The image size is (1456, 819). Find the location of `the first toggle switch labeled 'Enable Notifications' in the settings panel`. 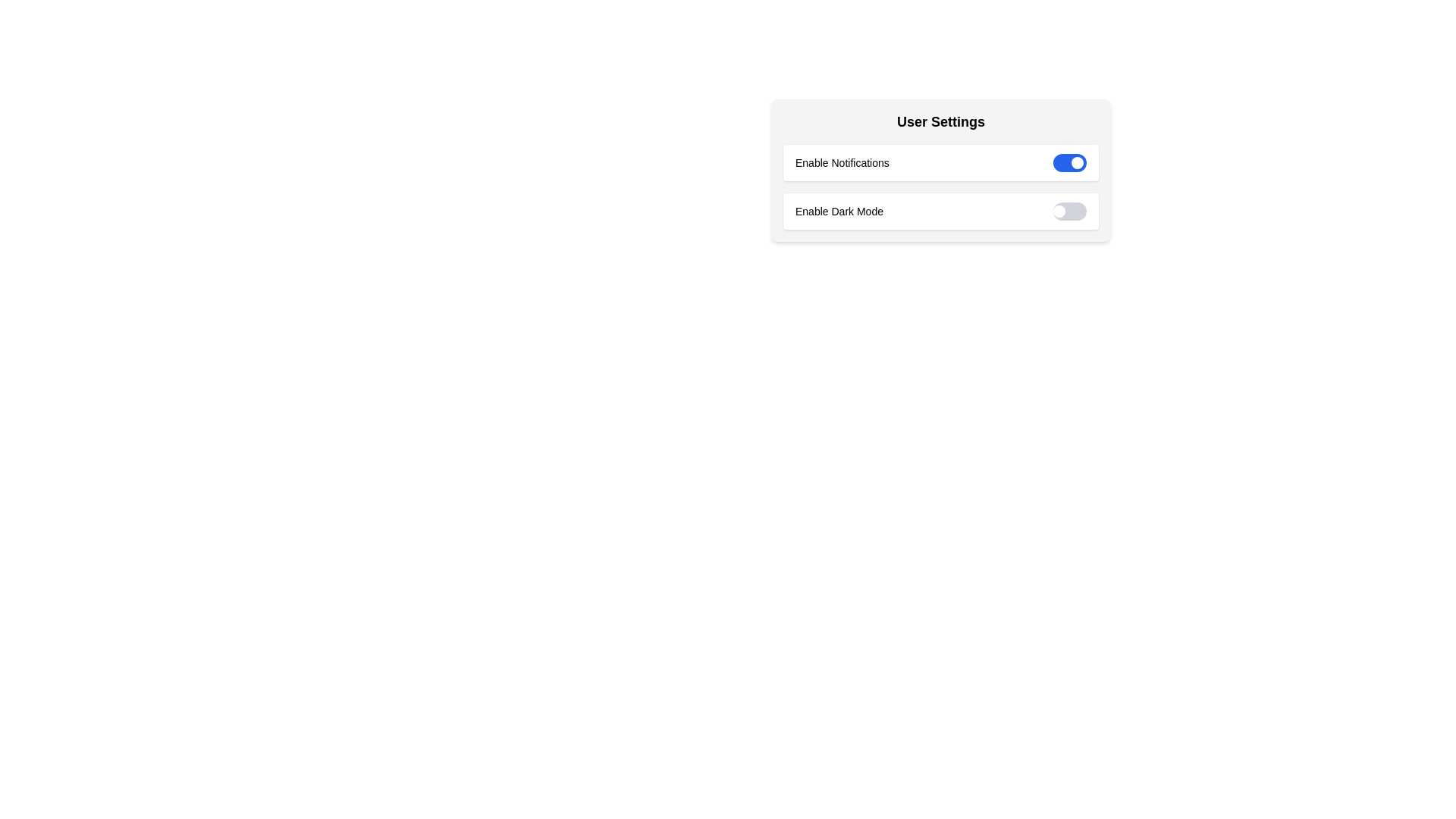

the first toggle switch labeled 'Enable Notifications' in the settings panel is located at coordinates (940, 170).